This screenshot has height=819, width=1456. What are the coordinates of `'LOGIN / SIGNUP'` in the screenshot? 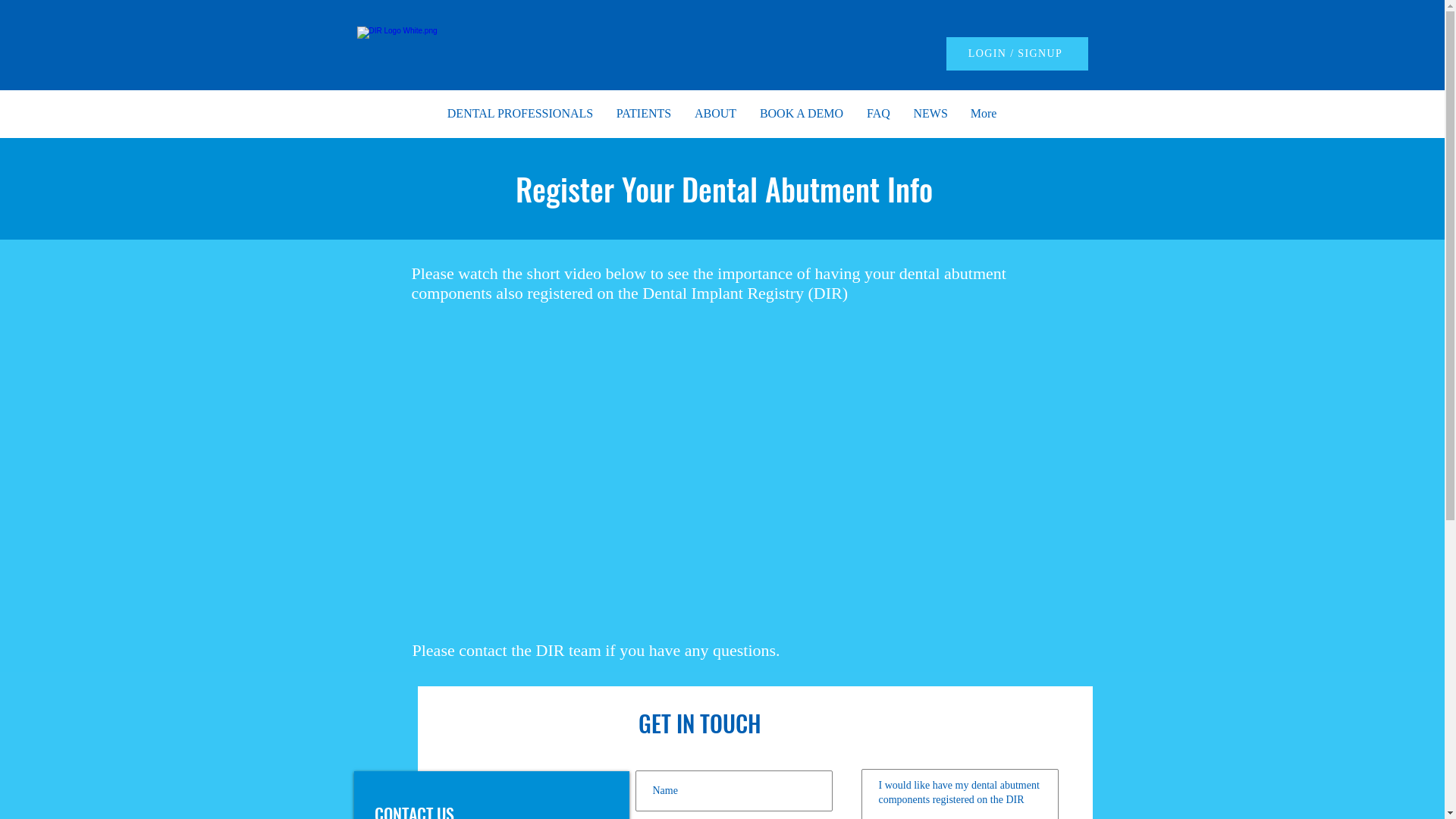 It's located at (1017, 52).